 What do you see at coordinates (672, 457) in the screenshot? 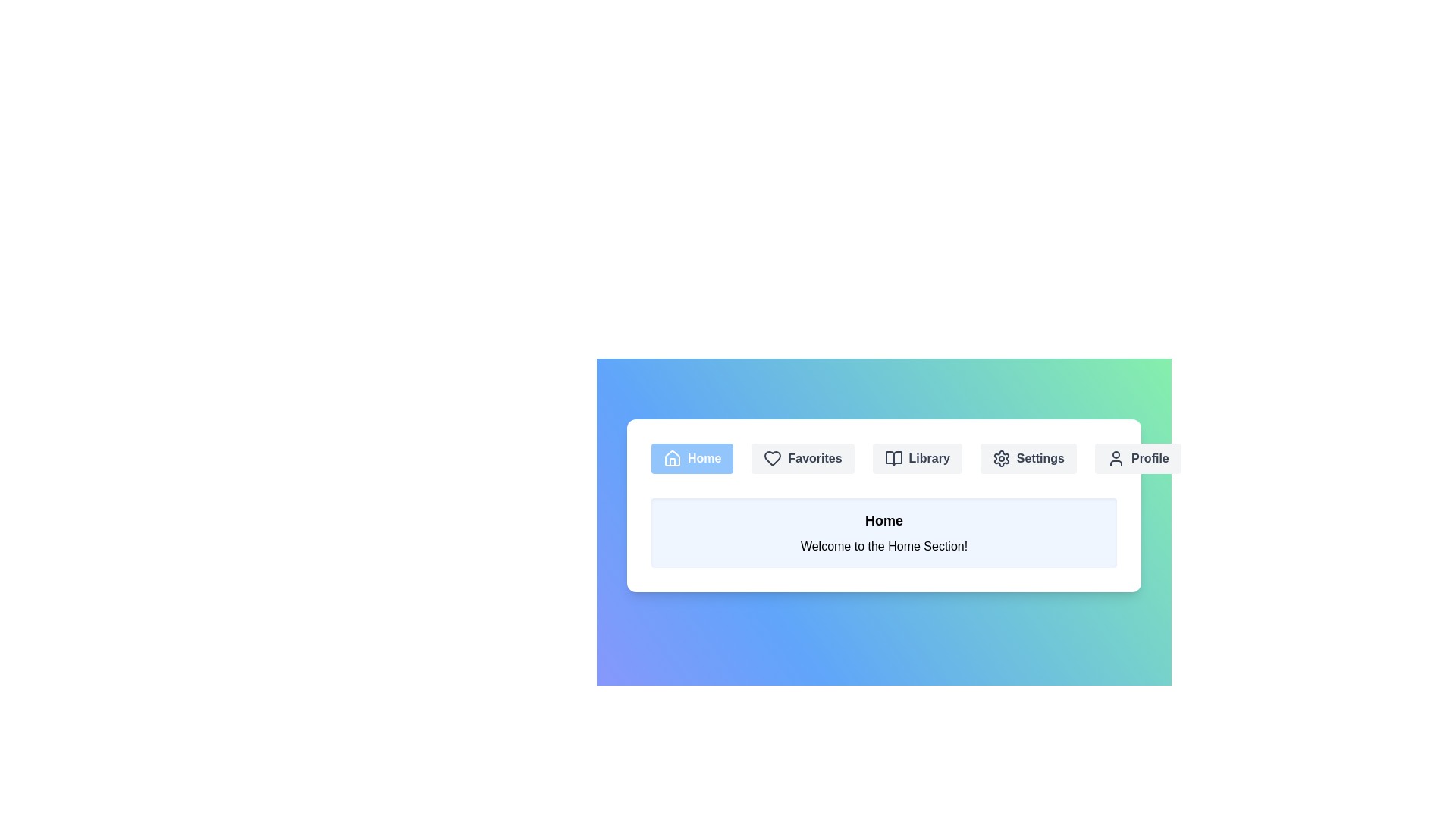
I see `the house icon located in the 'Home' button of the navigation bar, which is the first icon from the left` at bounding box center [672, 457].